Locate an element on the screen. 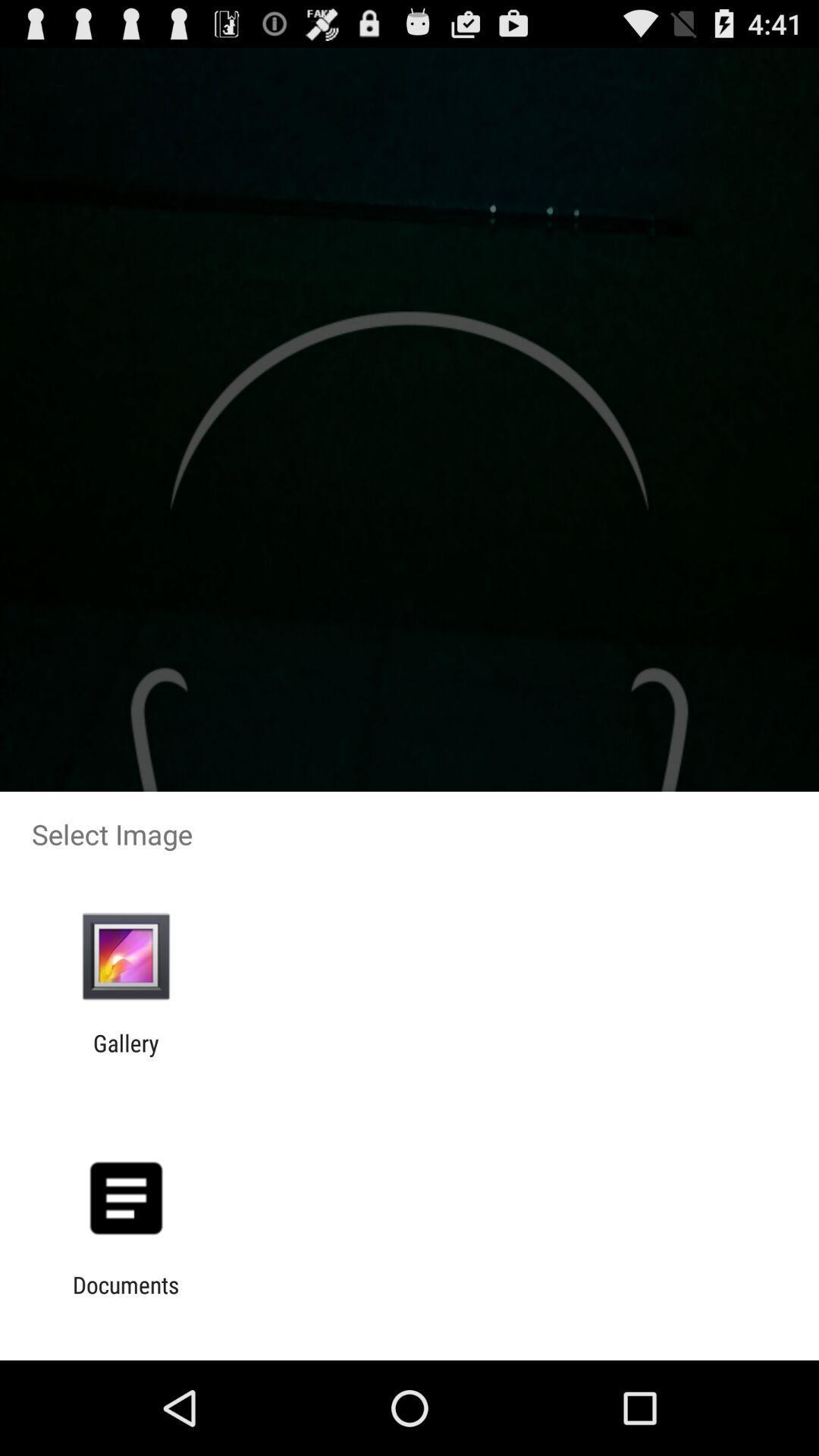 This screenshot has height=1456, width=819. gallery icon is located at coordinates (125, 1056).